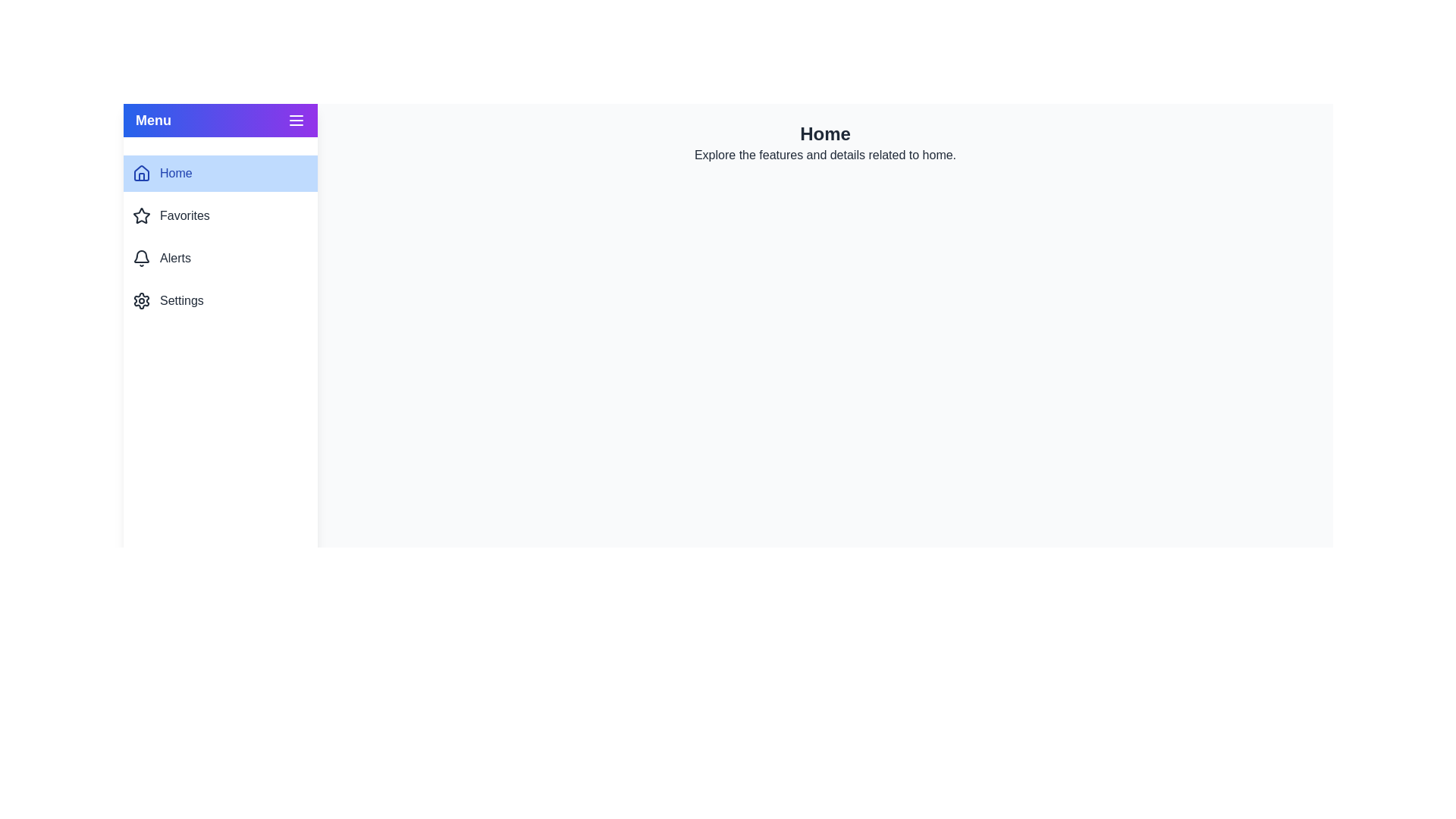 The image size is (1456, 819). Describe the element at coordinates (142, 257) in the screenshot. I see `the bell-shaped icon in the navigation sidebar menu` at that location.